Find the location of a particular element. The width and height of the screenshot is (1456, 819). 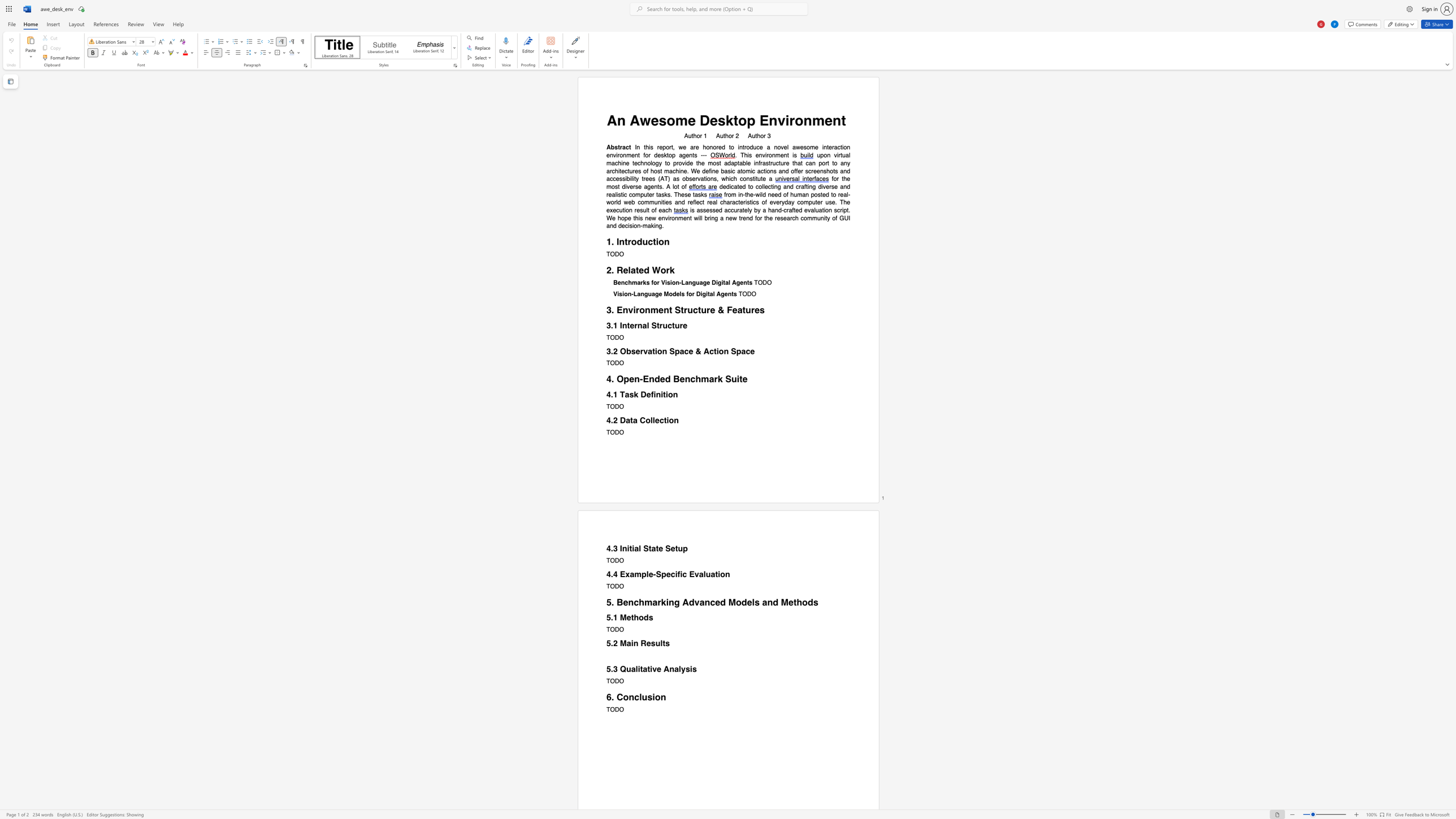

the subset text "tut" within the text "constitute" is located at coordinates (755, 179).